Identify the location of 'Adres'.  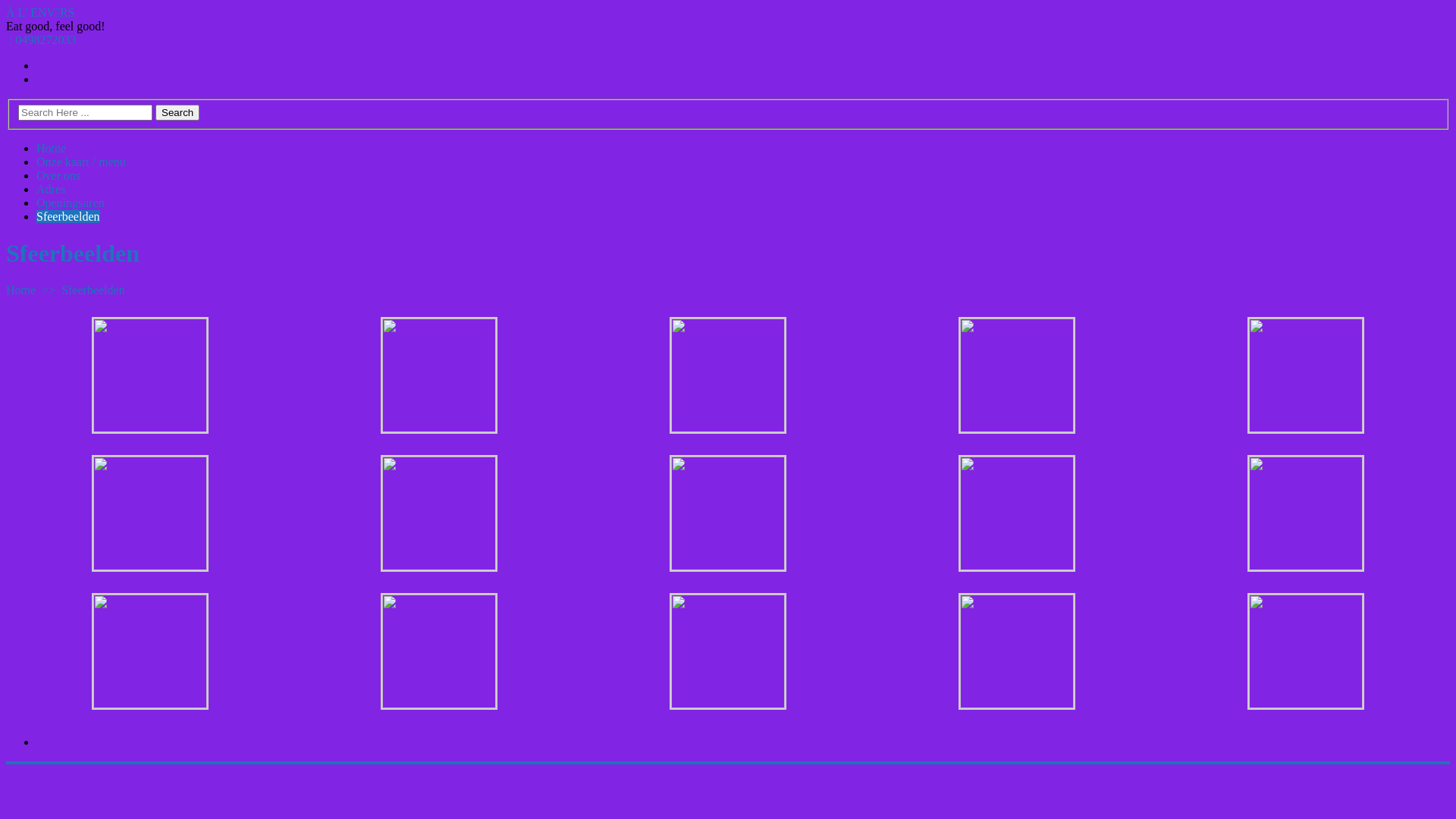
(51, 188).